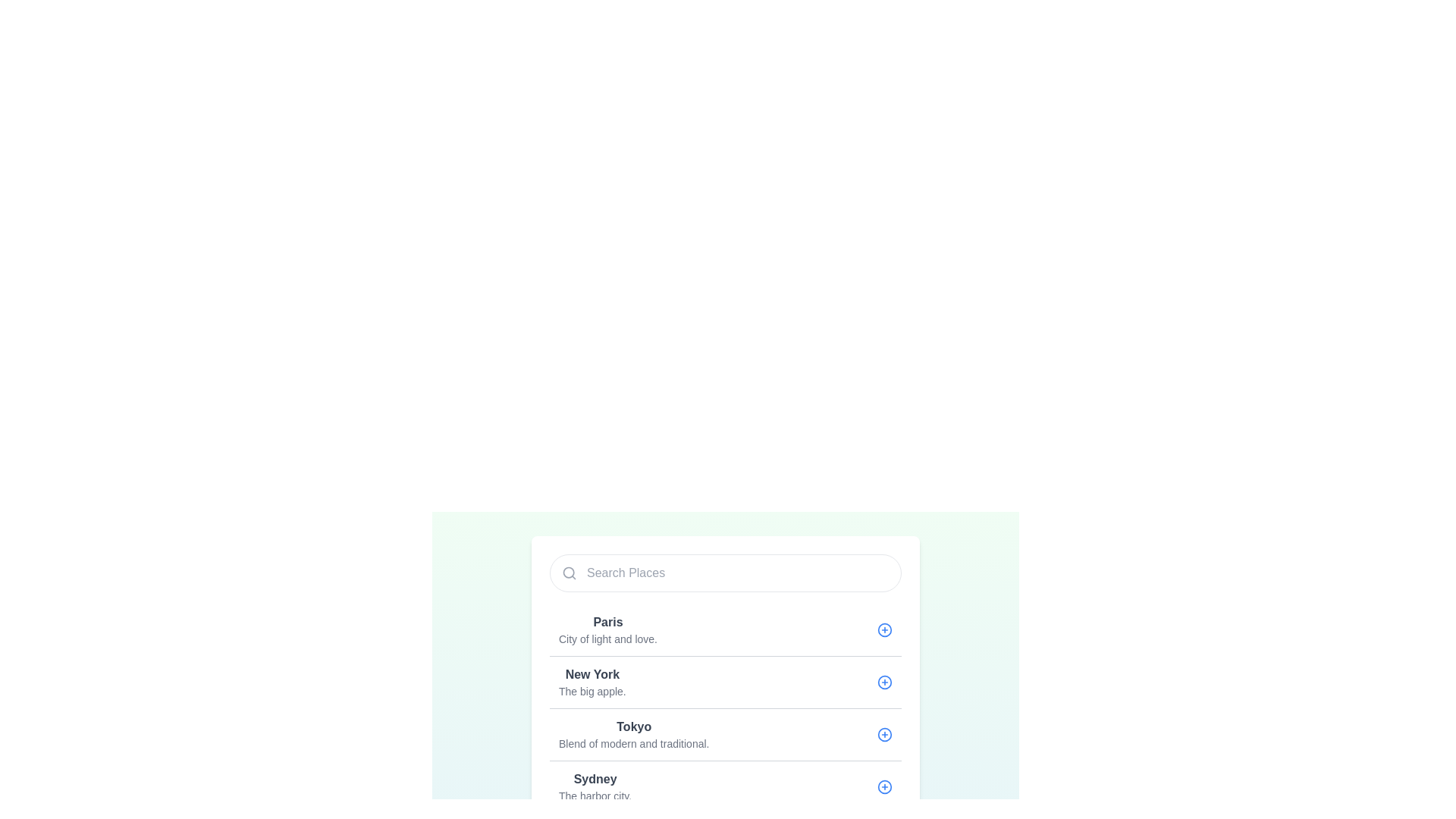 The image size is (1456, 819). What do you see at coordinates (884, 629) in the screenshot?
I see `the interactive button located to the right of the text block 'Paris' to initiate an action` at bounding box center [884, 629].